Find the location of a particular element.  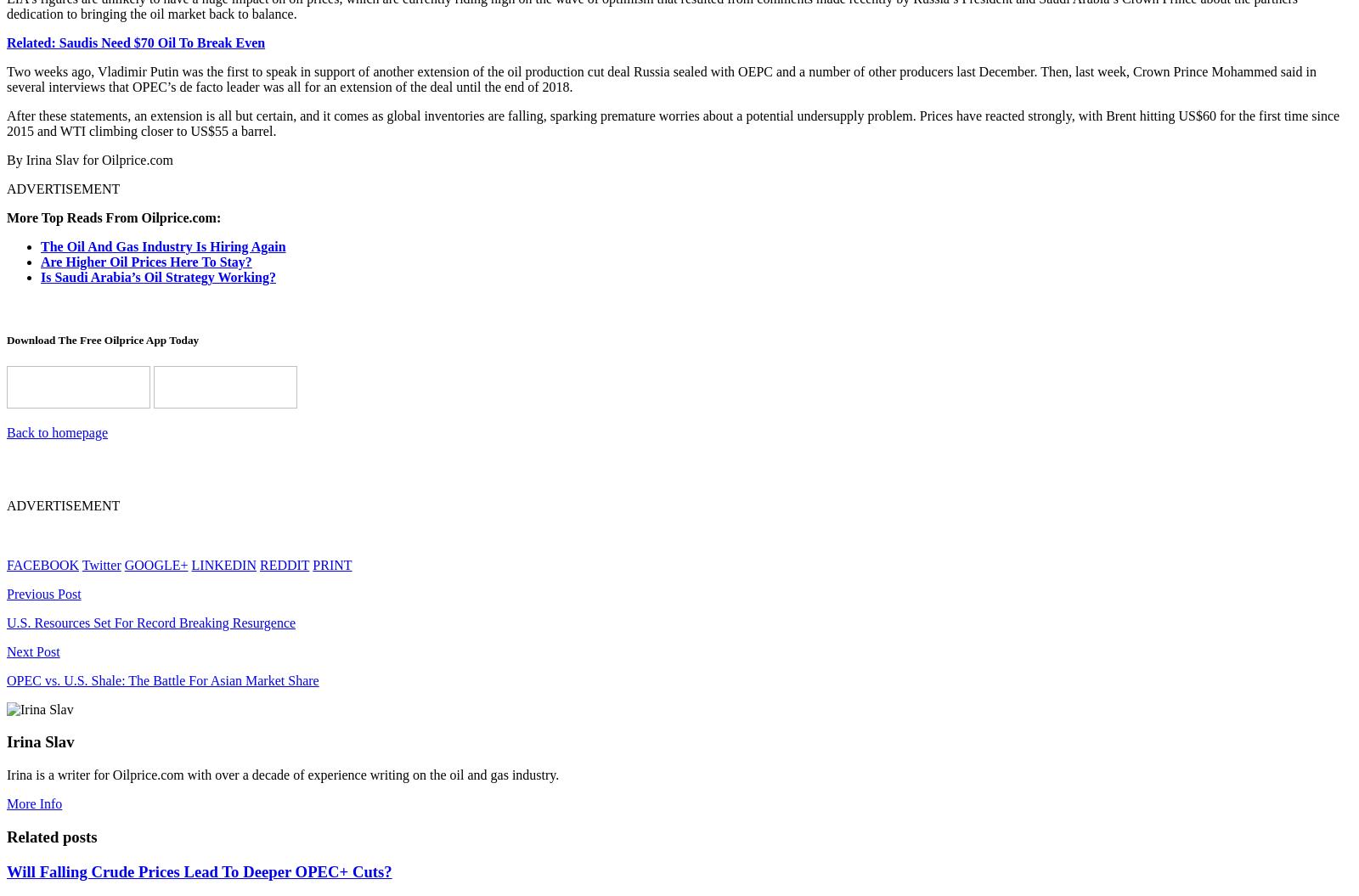

'Twitter' is located at coordinates (100, 563).